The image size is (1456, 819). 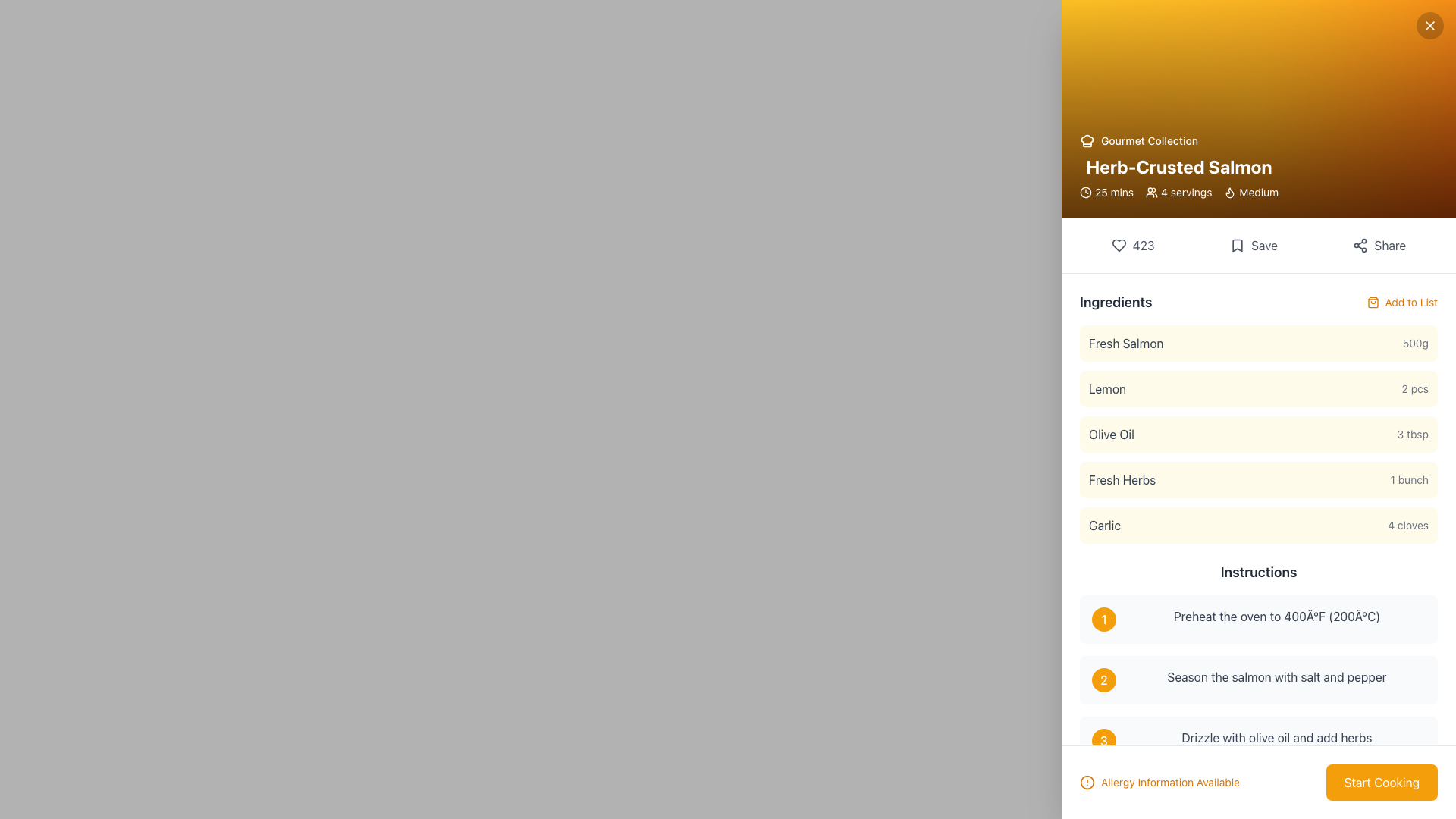 What do you see at coordinates (1259, 573) in the screenshot?
I see `the text label that serves as the heading for the cooking instructions section, located above the list of cooking steps` at bounding box center [1259, 573].